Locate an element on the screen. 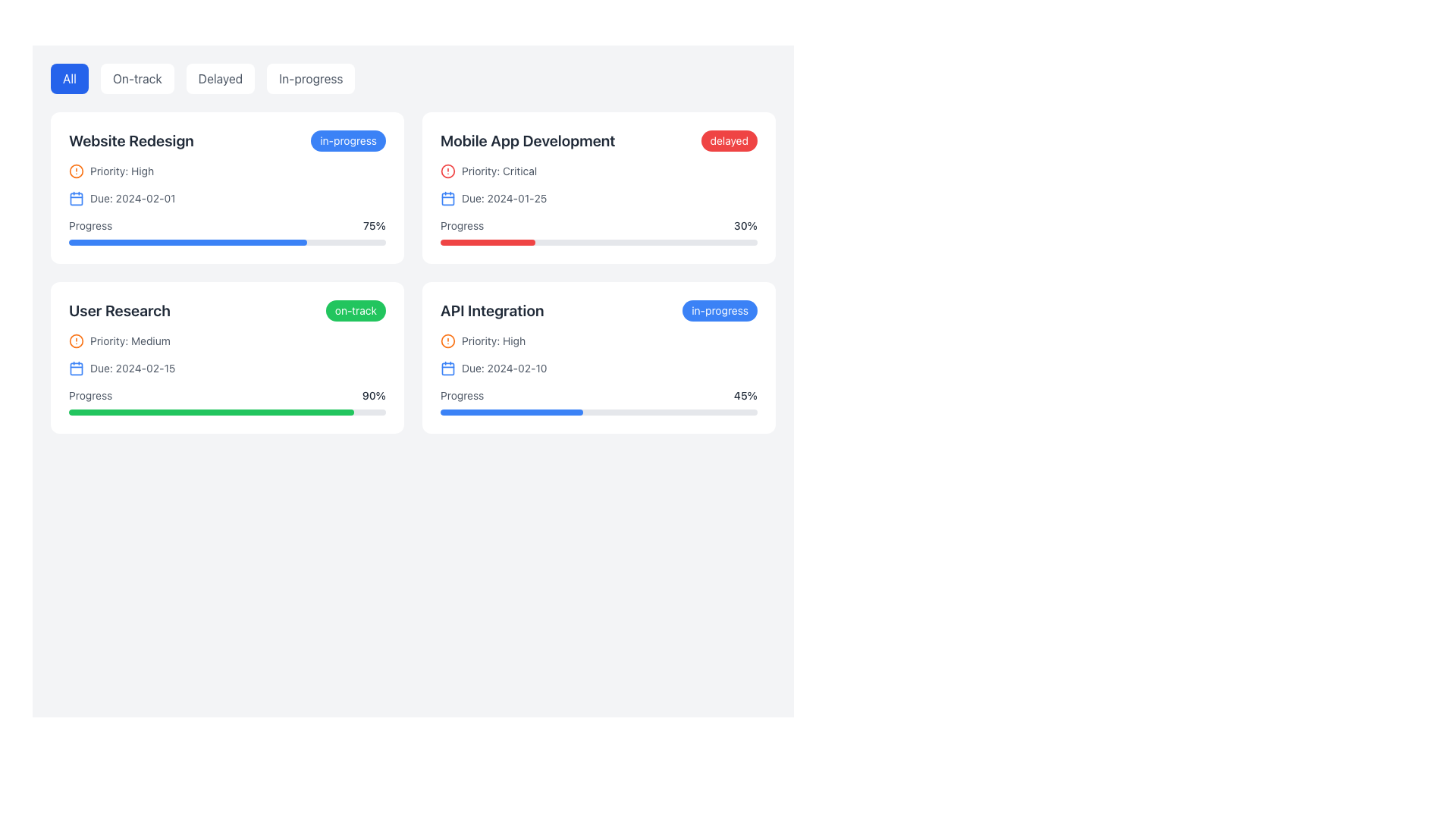  the progress bar located within the 'Website Redesign' card, which is partially filled and positioned below the 'Progress' label, to associate it with its label is located at coordinates (226, 242).